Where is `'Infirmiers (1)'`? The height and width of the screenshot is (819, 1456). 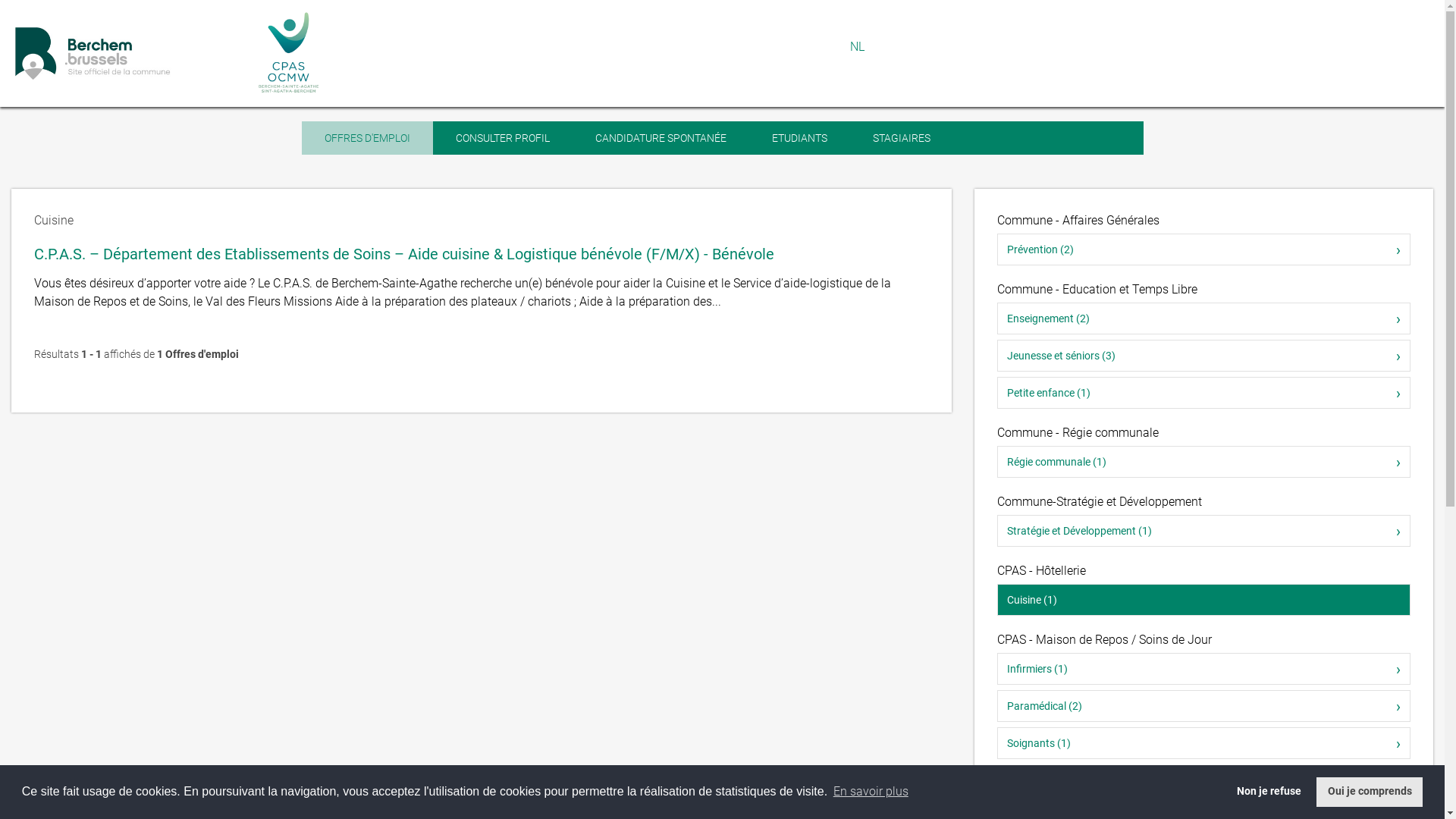 'Infirmiers (1)' is located at coordinates (1203, 668).